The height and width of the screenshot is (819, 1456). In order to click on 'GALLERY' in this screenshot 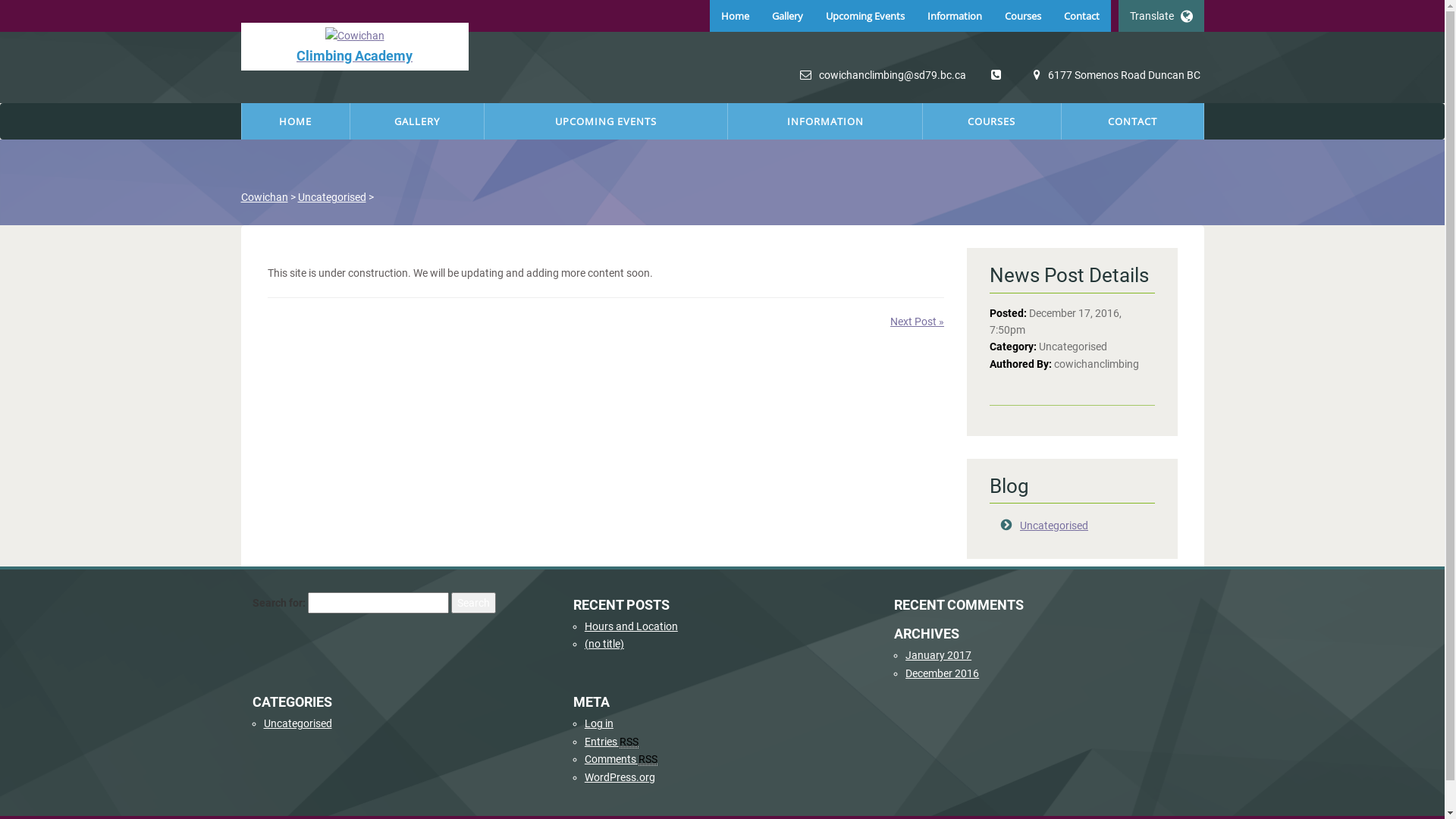, I will do `click(417, 120)`.